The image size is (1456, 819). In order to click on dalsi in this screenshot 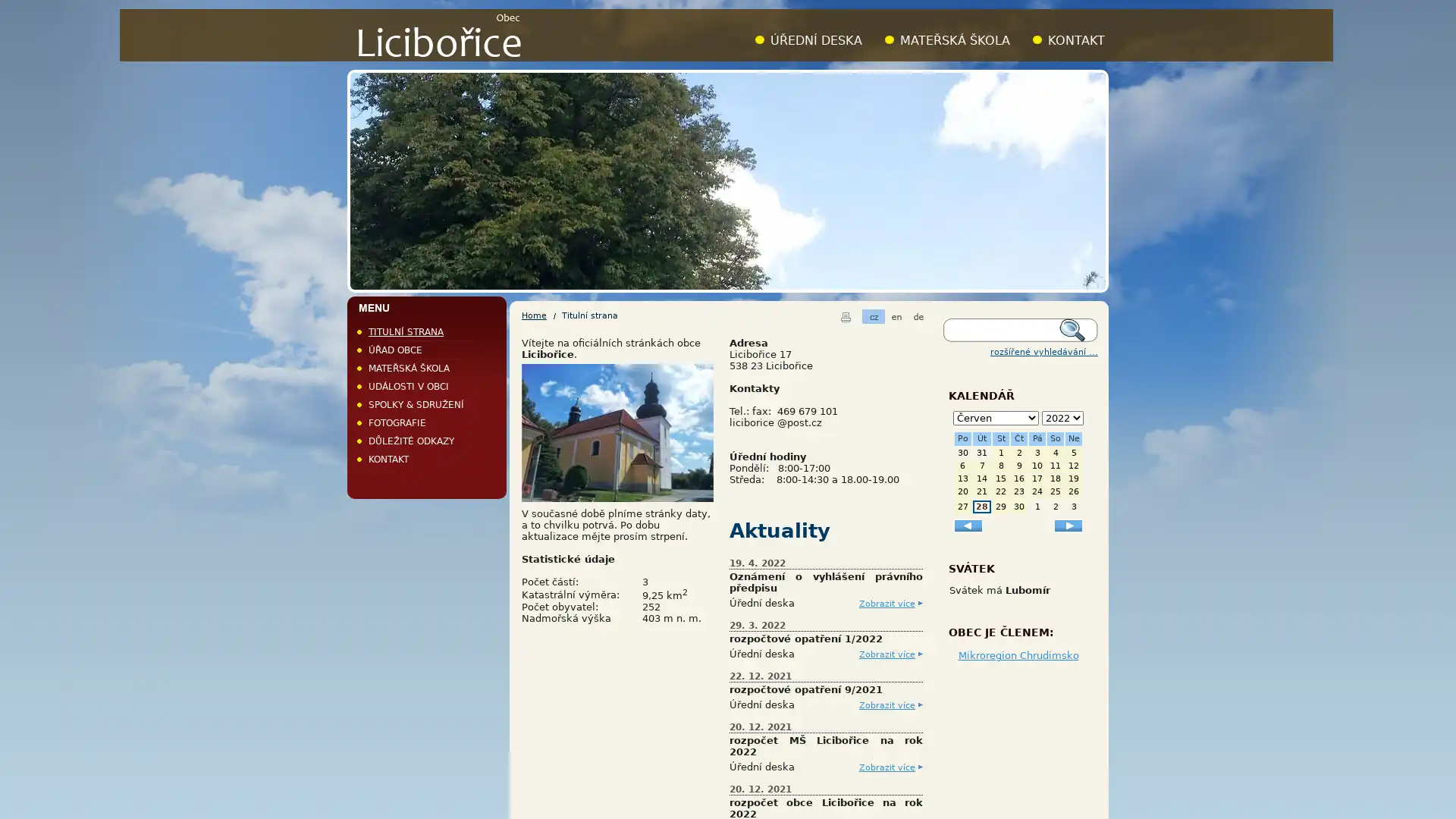, I will do `click(1068, 524)`.